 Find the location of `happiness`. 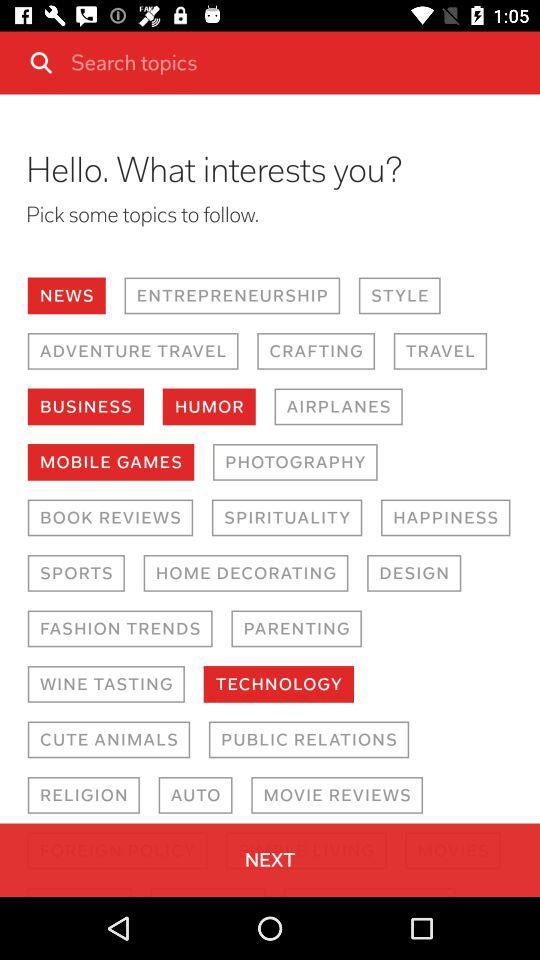

happiness is located at coordinates (445, 516).